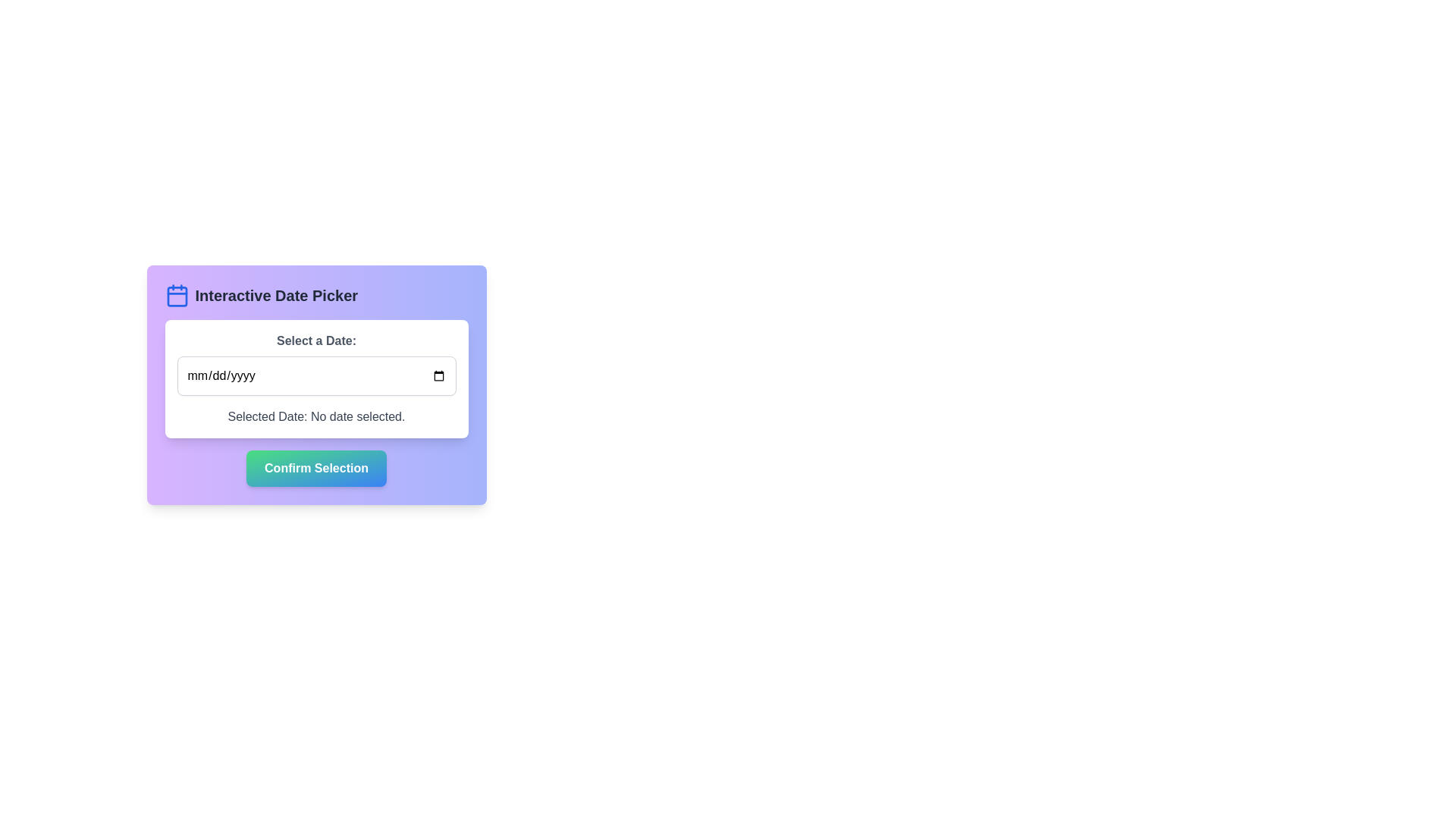 The width and height of the screenshot is (1456, 819). What do you see at coordinates (315, 467) in the screenshot?
I see `keyboard navigation` at bounding box center [315, 467].